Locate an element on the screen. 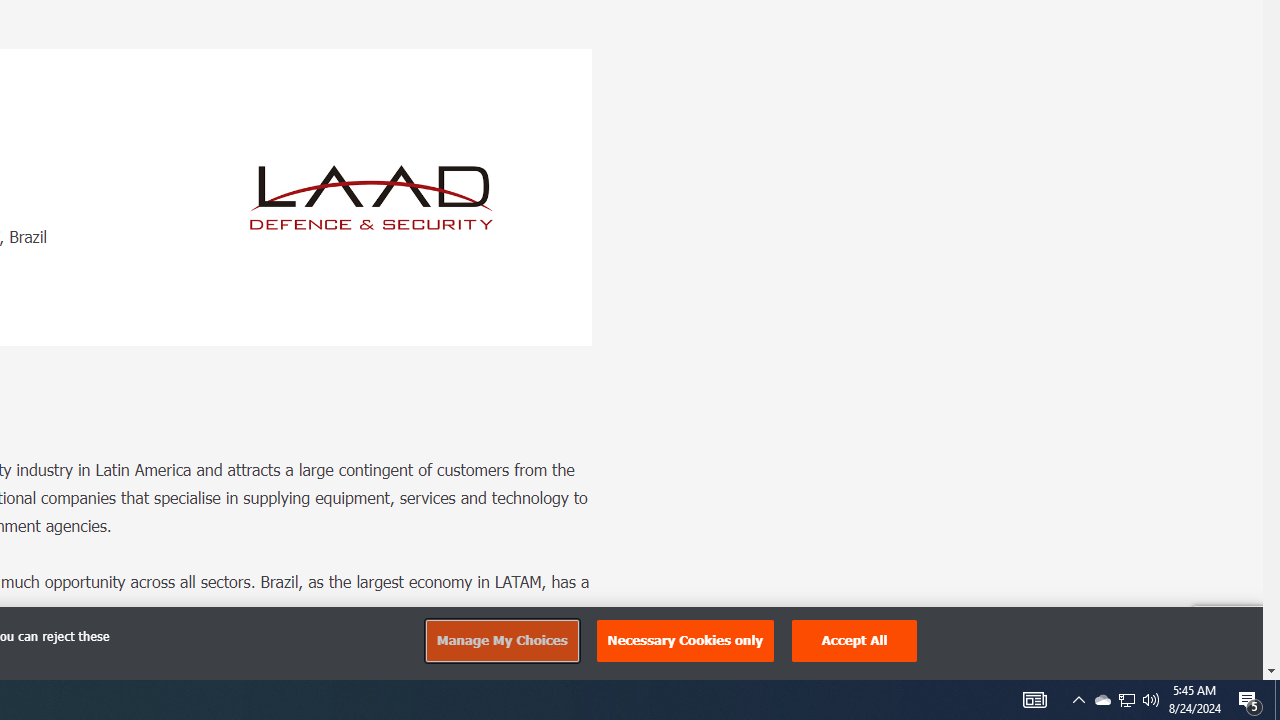  'Accept All' is located at coordinates (855, 640).